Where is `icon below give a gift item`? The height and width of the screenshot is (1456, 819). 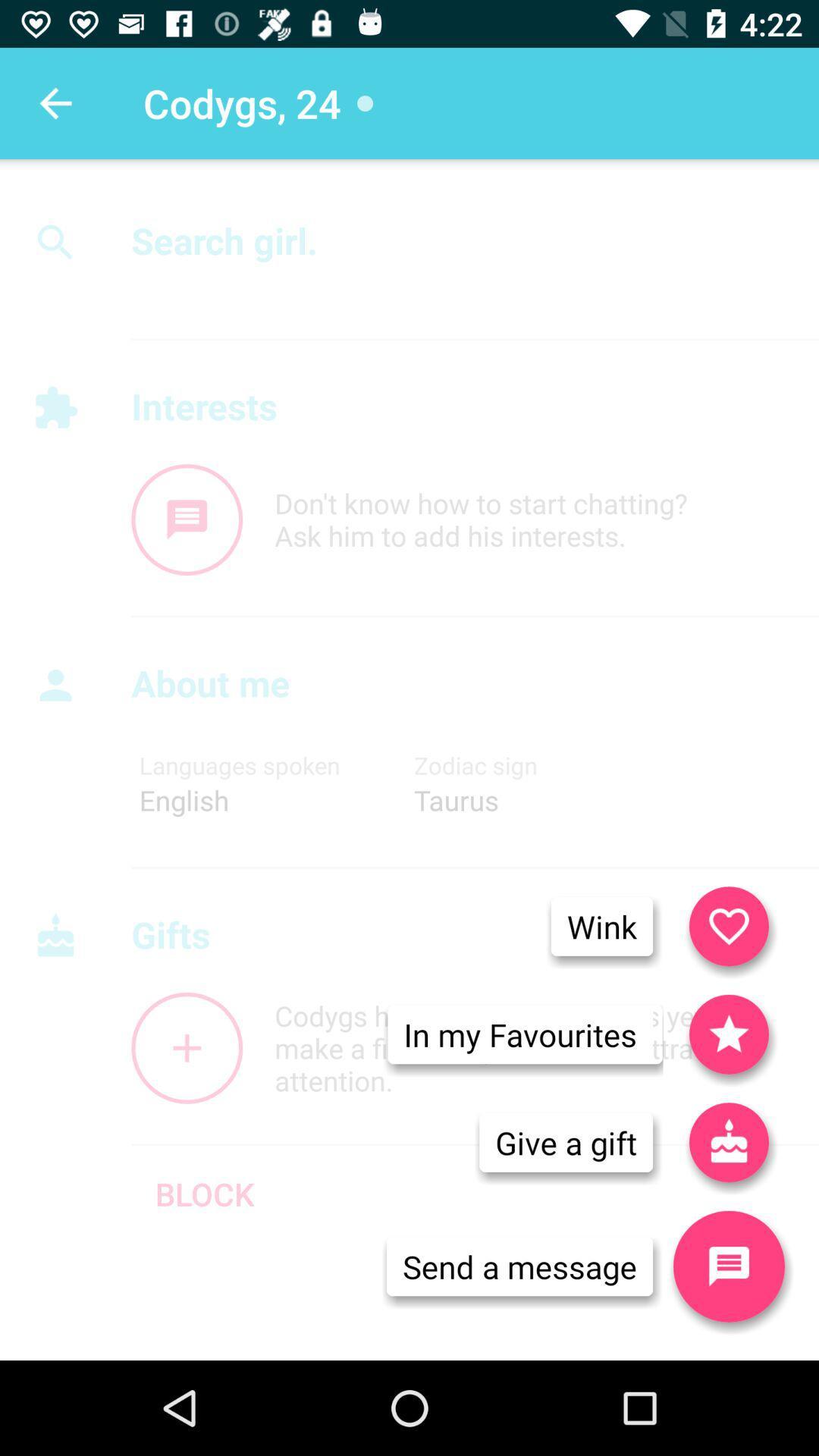
icon below give a gift item is located at coordinates (519, 1266).